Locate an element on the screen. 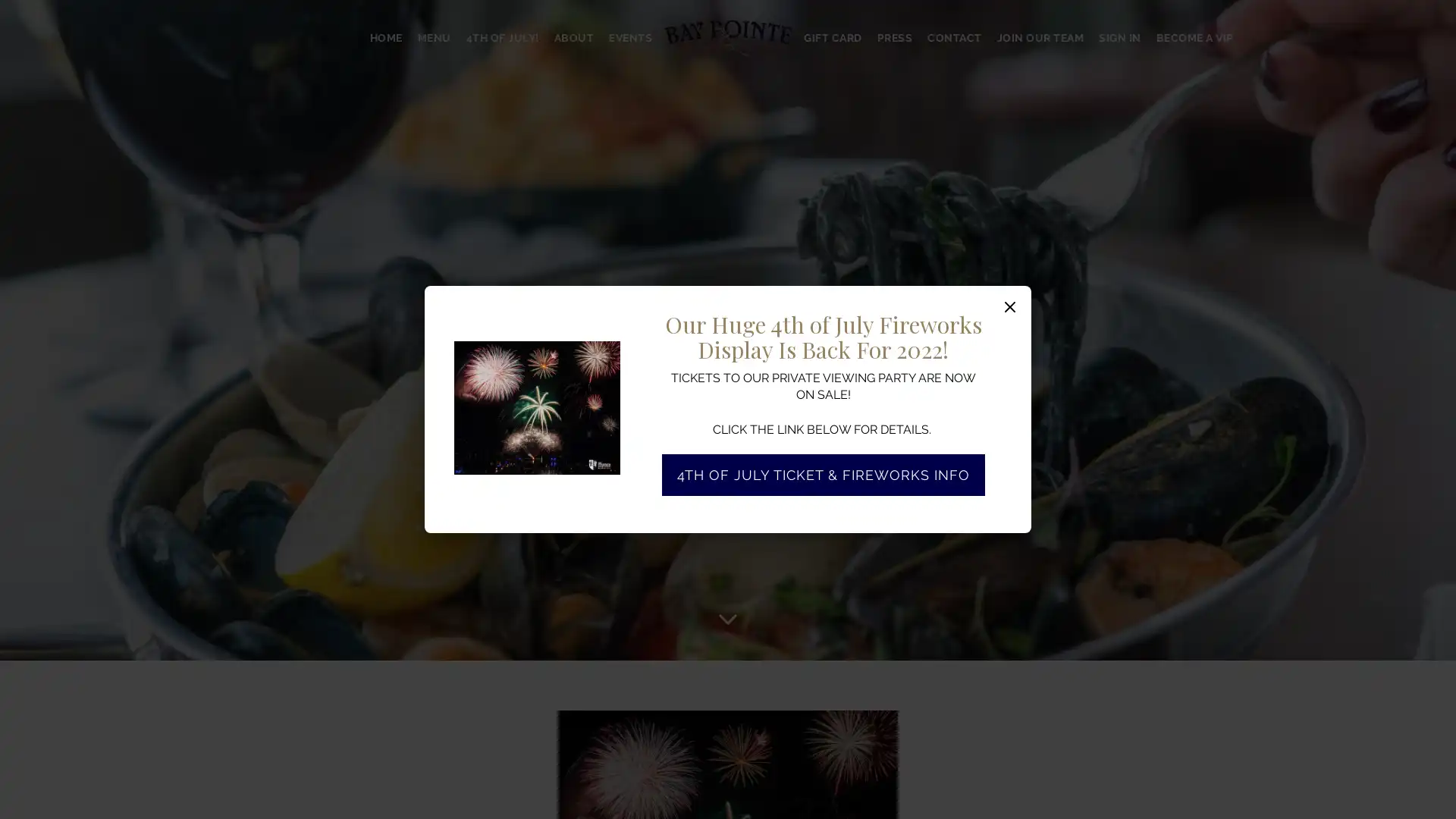  BECOME A VIP is located at coordinates (1193, 37).